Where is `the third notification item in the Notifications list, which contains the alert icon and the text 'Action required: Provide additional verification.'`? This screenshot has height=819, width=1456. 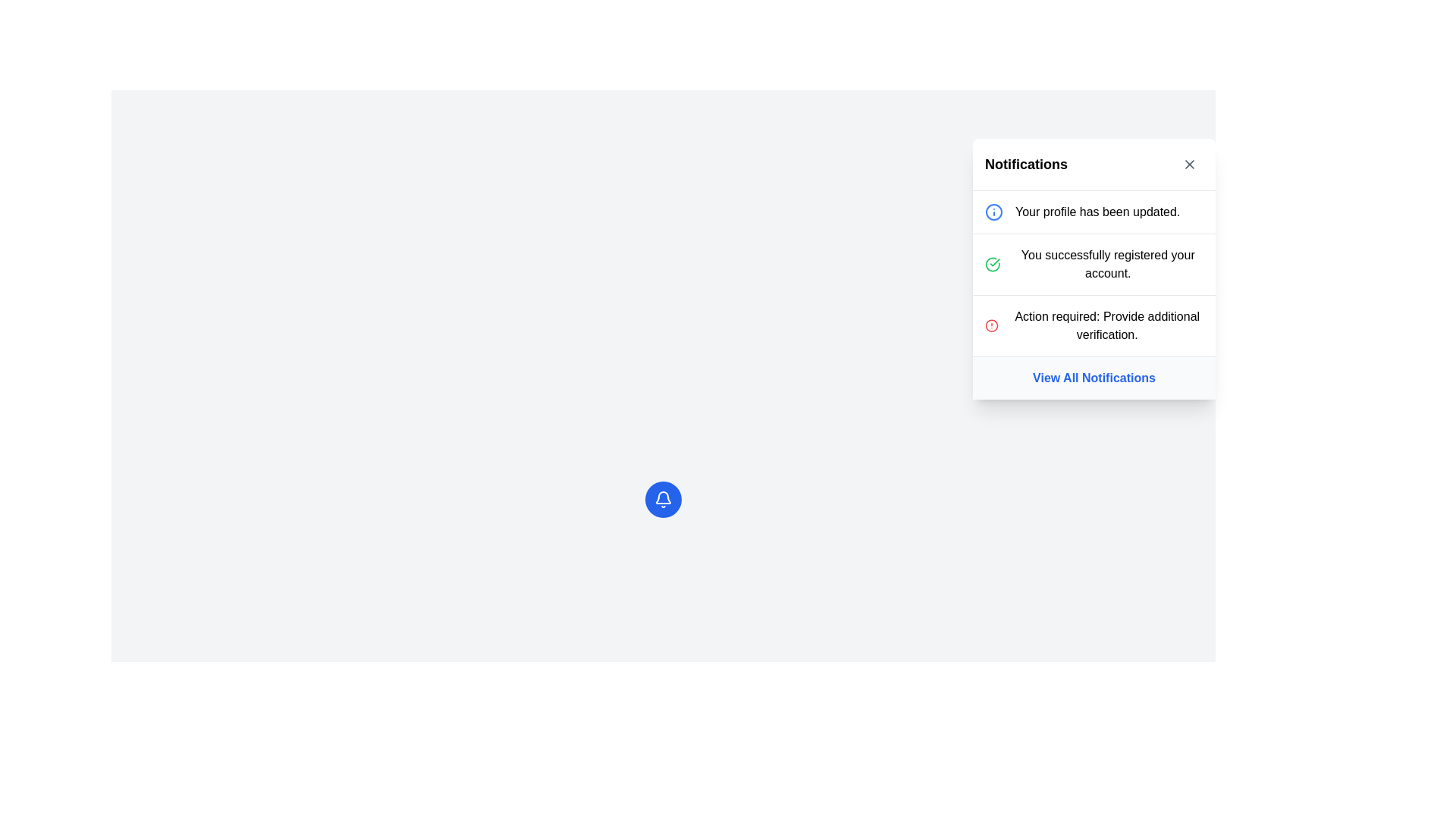 the third notification item in the Notifications list, which contains the alert icon and the text 'Action required: Provide additional verification.' is located at coordinates (1094, 324).